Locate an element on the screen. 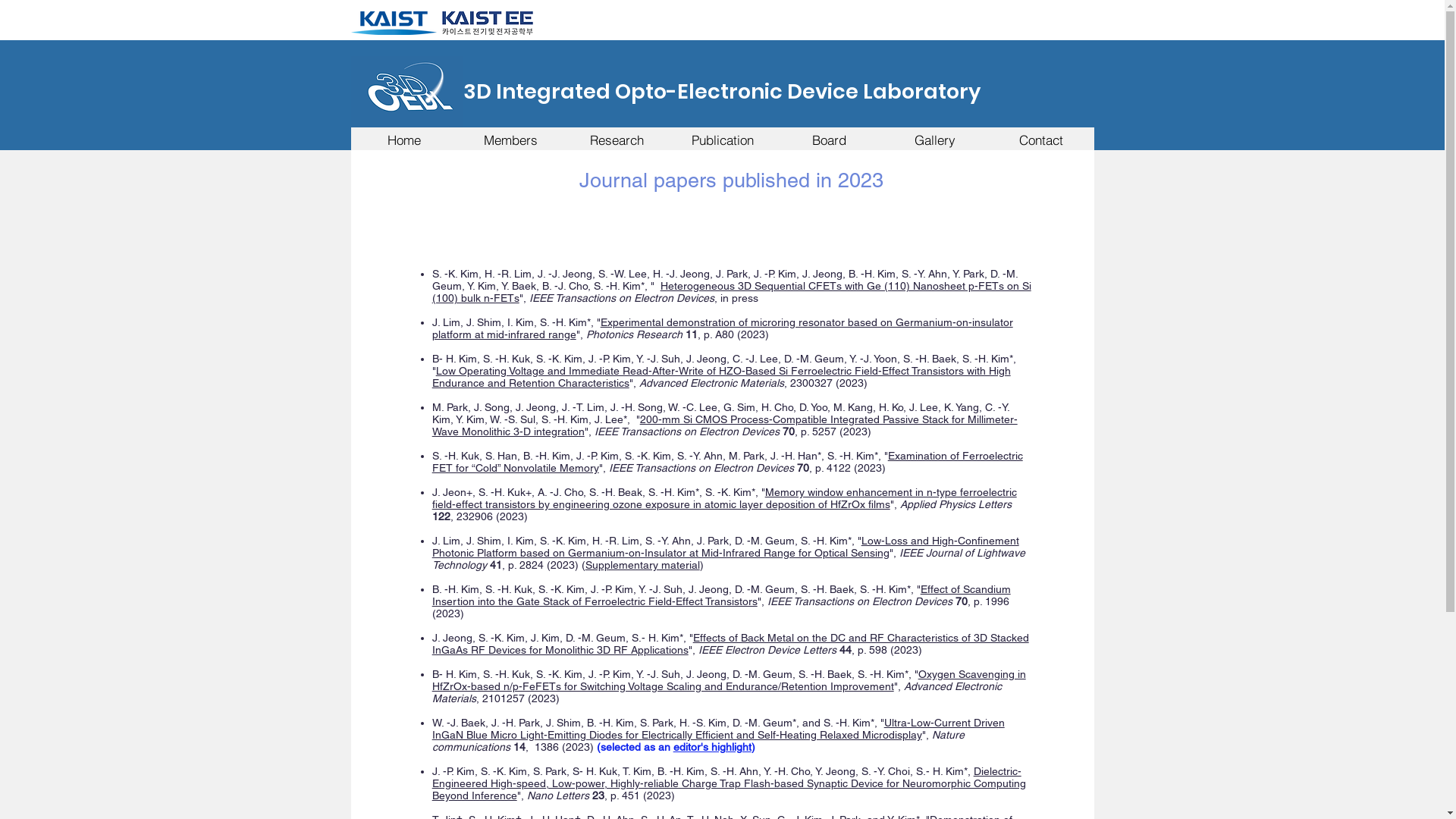  'Contact' is located at coordinates (1040, 140).